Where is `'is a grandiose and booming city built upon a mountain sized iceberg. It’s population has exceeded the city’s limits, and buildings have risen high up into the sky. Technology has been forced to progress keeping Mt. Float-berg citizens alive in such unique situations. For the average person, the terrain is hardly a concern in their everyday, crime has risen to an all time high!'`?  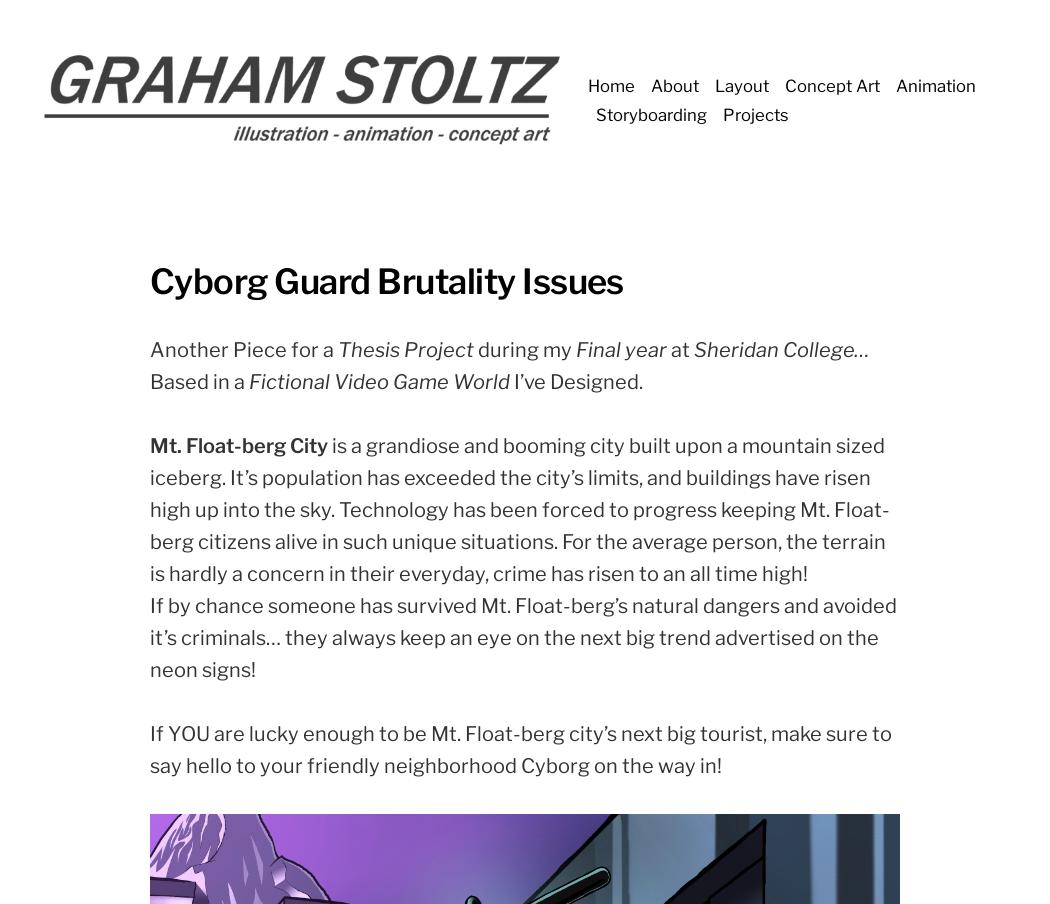 'is a grandiose and booming city built upon a mountain sized iceberg. It’s population has exceeded the city’s limits, and buildings have risen high up into the sky. Technology has been forced to progress keeping Mt. Float-berg citizens alive in such unique situations. For the average person, the terrain is hardly a concern in their everyday, crime has risen to an all time high!' is located at coordinates (150, 508).